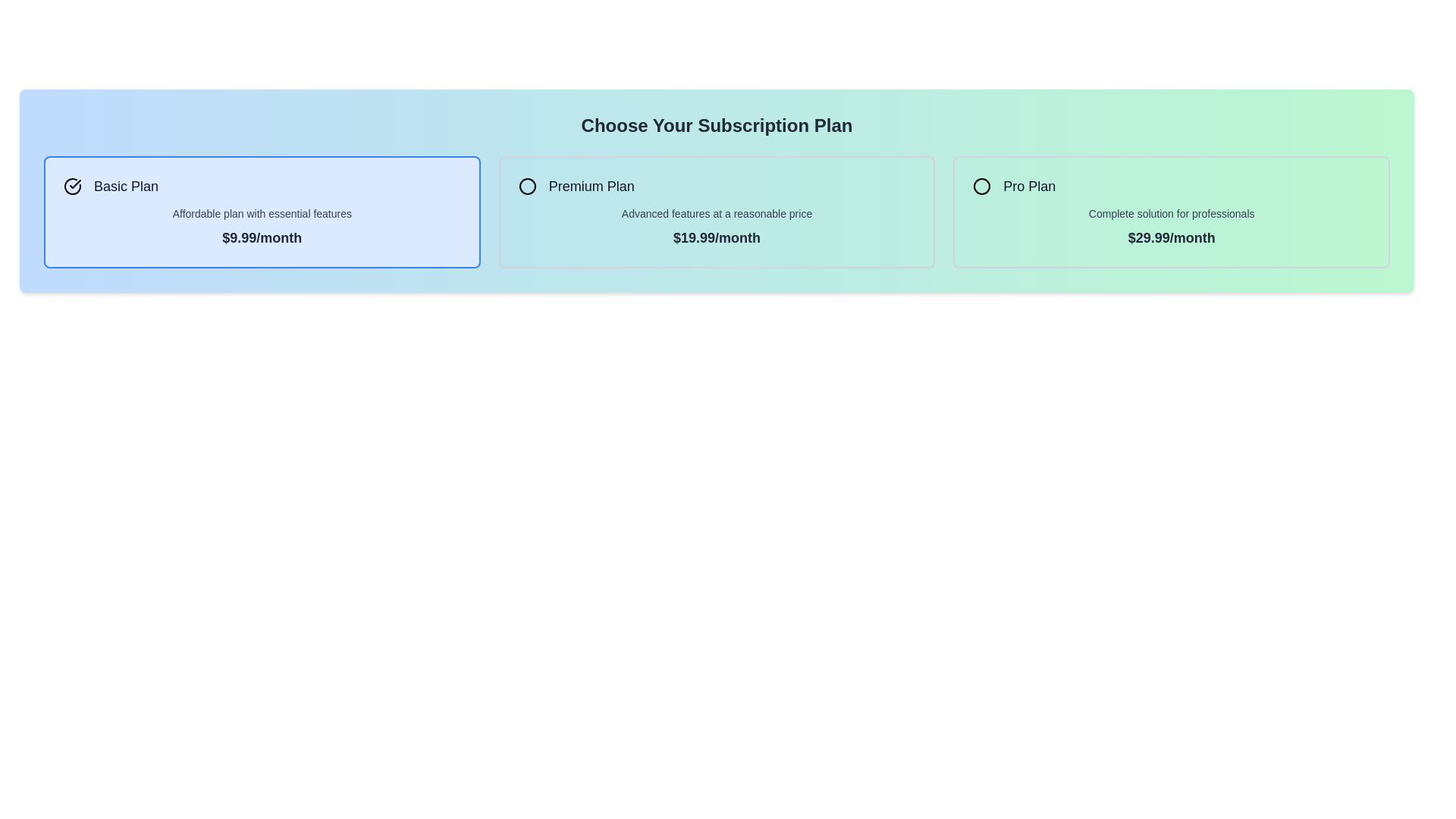 The width and height of the screenshot is (1456, 819). What do you see at coordinates (126, 186) in the screenshot?
I see `the text 'Basic Plan', which is styled with a larger font size and bold appearance` at bounding box center [126, 186].